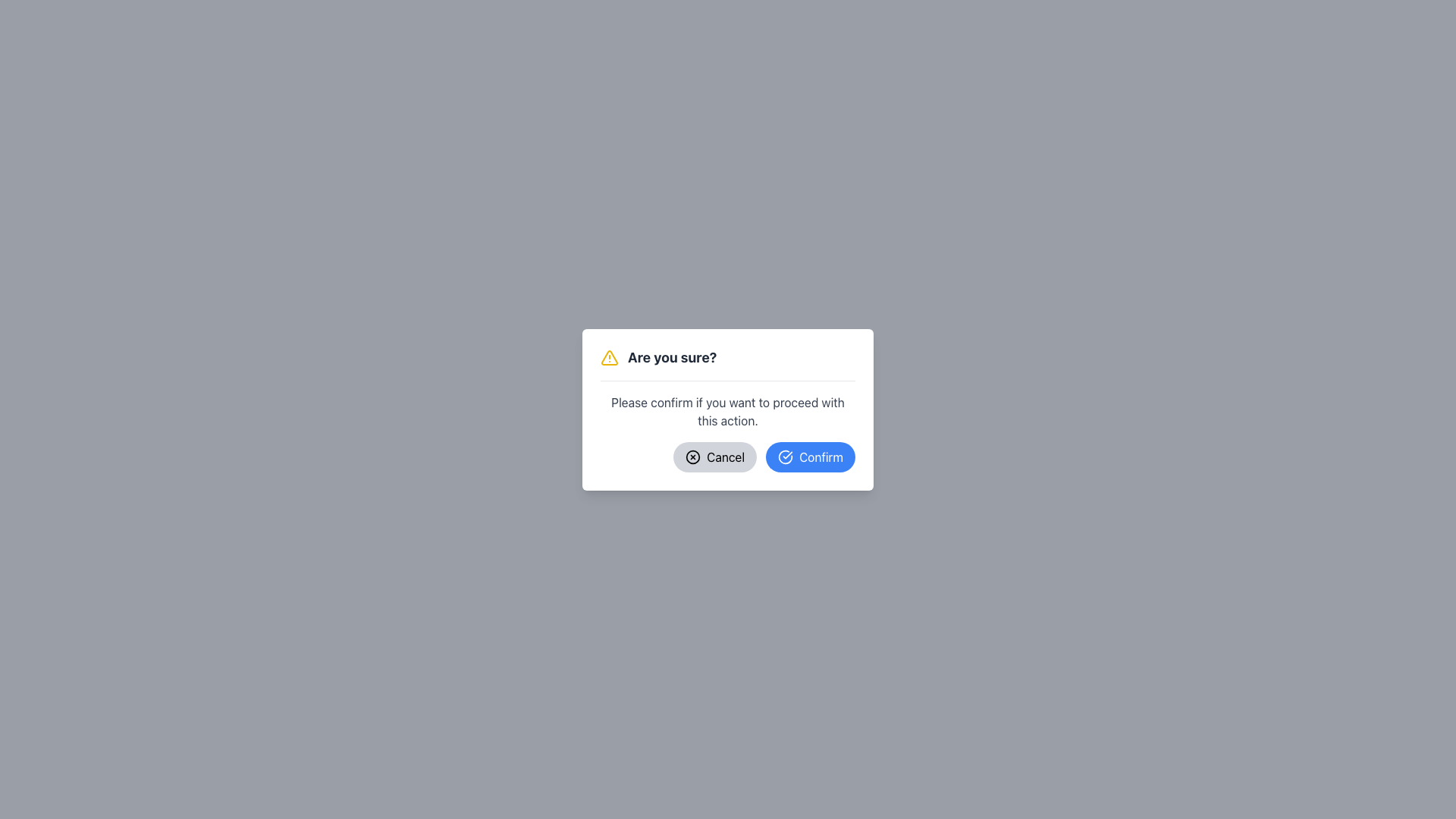 The height and width of the screenshot is (819, 1456). I want to click on the yellow triangular warning icon with a bold red exclamation point, which is prominently placed above the text 'Are you sure?' in the dialog box, so click(609, 357).